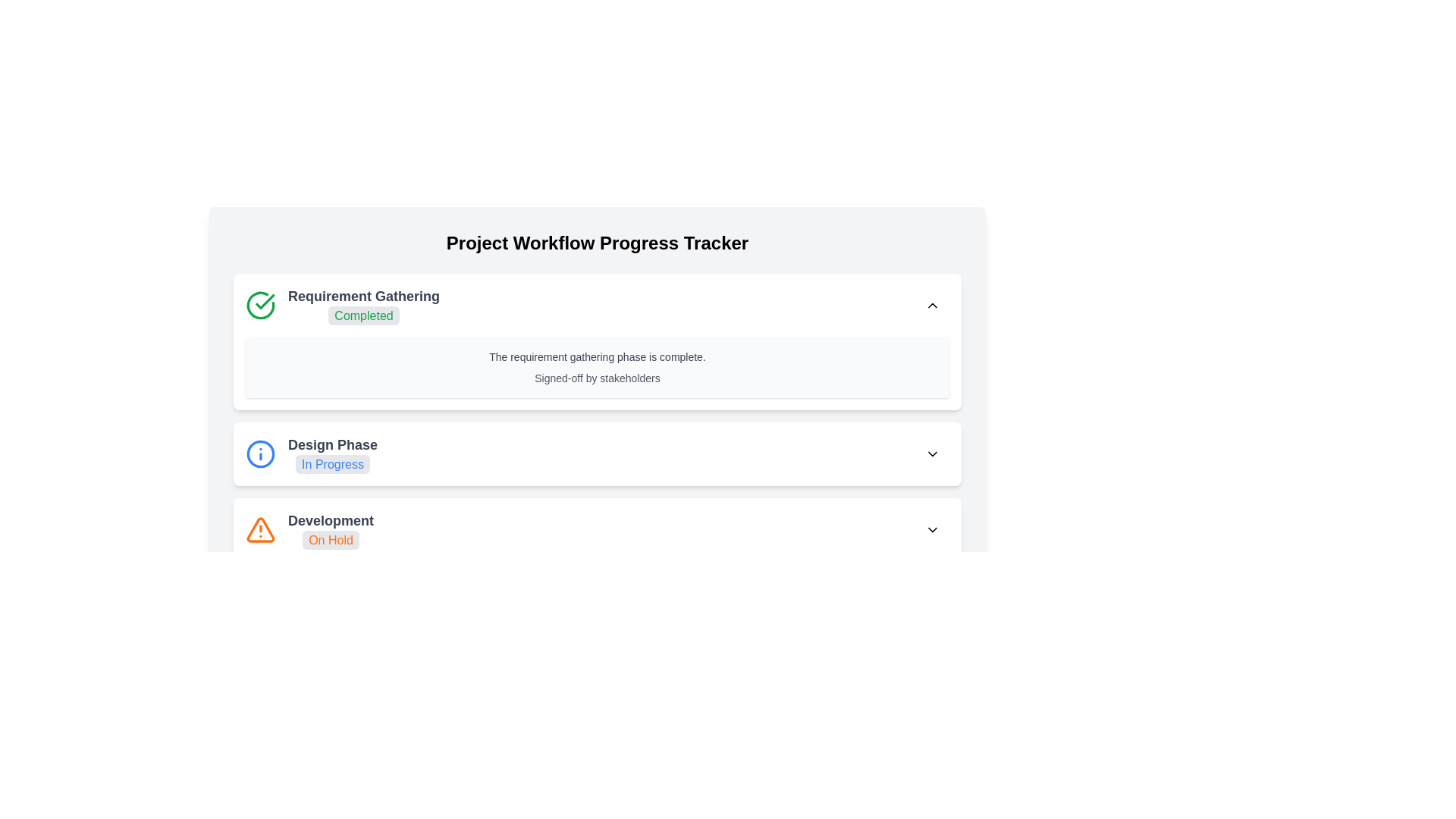 The image size is (1456, 819). I want to click on the downward-facing chevron icon button, which is styled with a minimalistic hollow design and located to the right of the 'Development' section, so click(931, 529).